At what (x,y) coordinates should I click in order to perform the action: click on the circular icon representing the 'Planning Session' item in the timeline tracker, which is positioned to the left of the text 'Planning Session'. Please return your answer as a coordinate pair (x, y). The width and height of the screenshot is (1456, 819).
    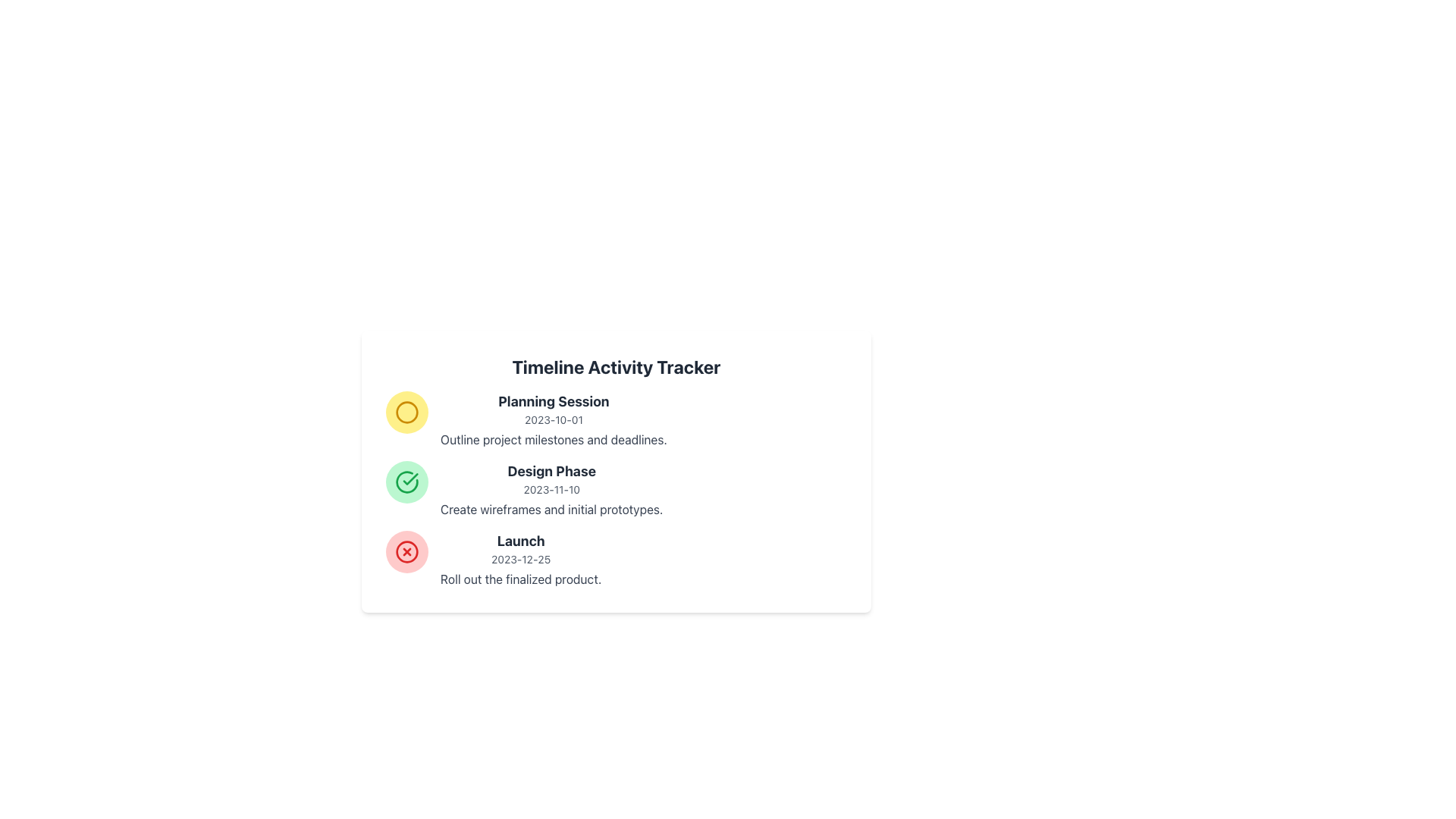
    Looking at the image, I should click on (407, 412).